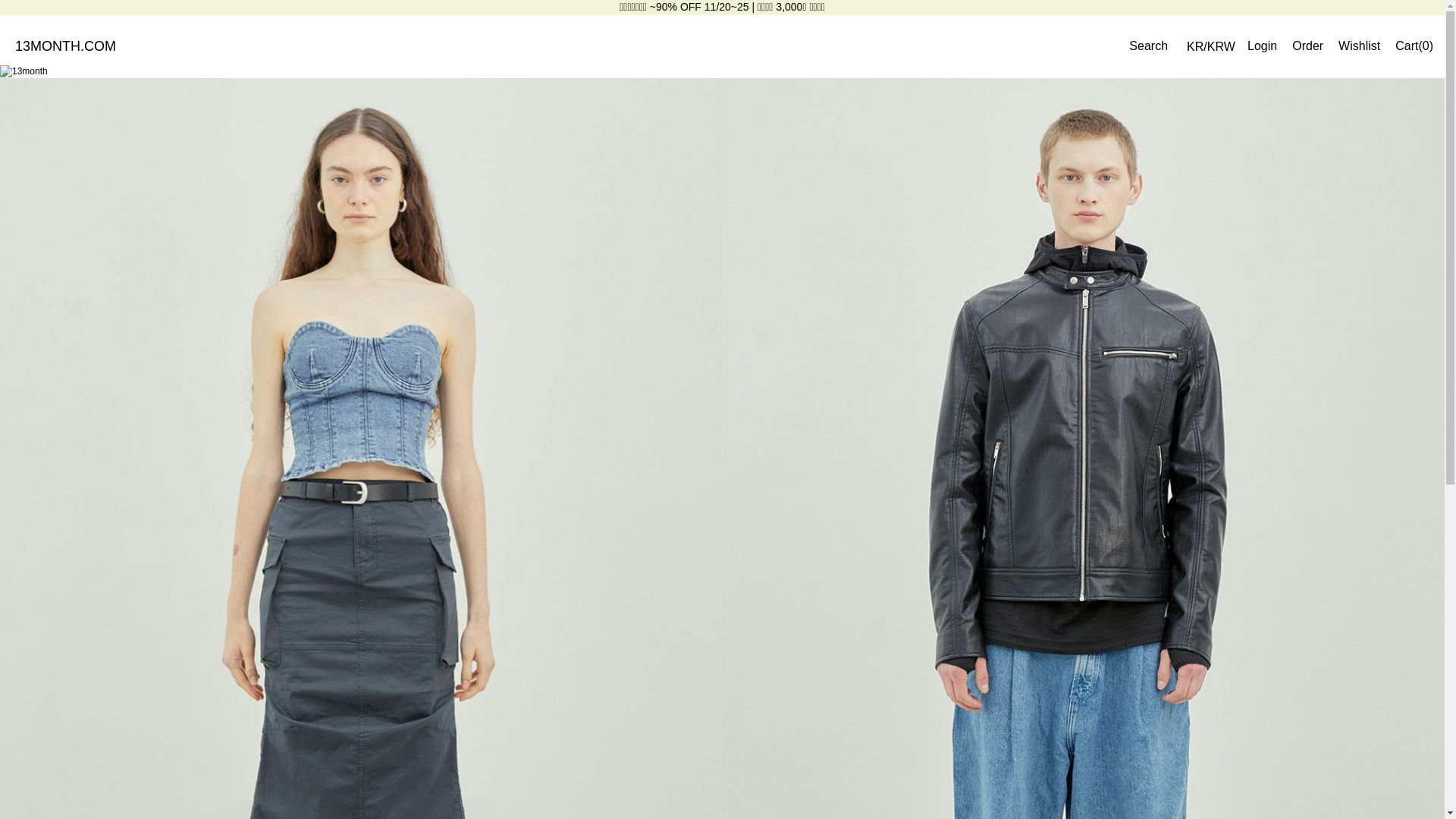 The image size is (1456, 819). Describe the element at coordinates (1262, 45) in the screenshot. I see `'Login'` at that location.